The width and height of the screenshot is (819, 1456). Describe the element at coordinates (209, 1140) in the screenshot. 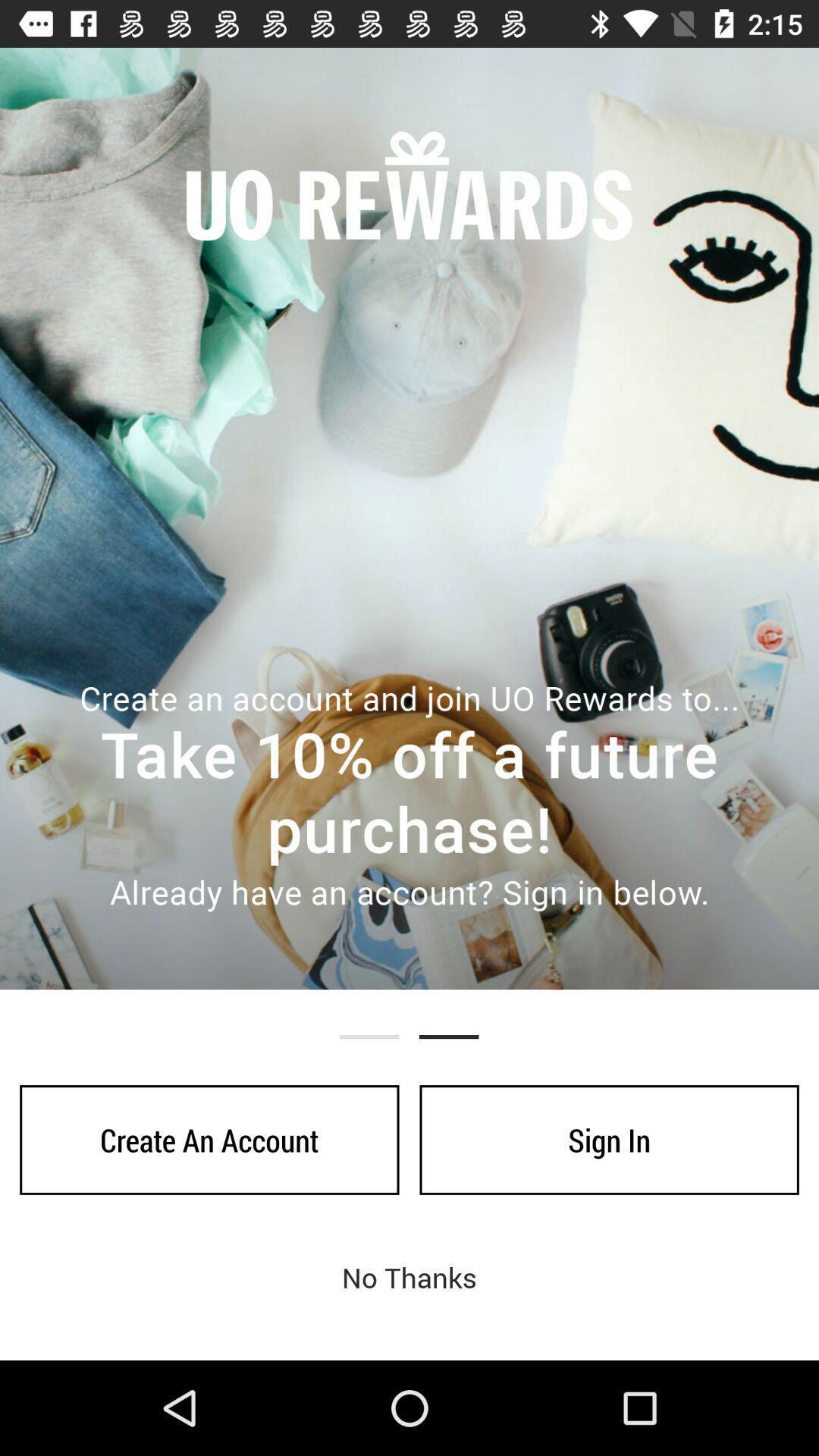

I see `icon next to sign in item` at that location.